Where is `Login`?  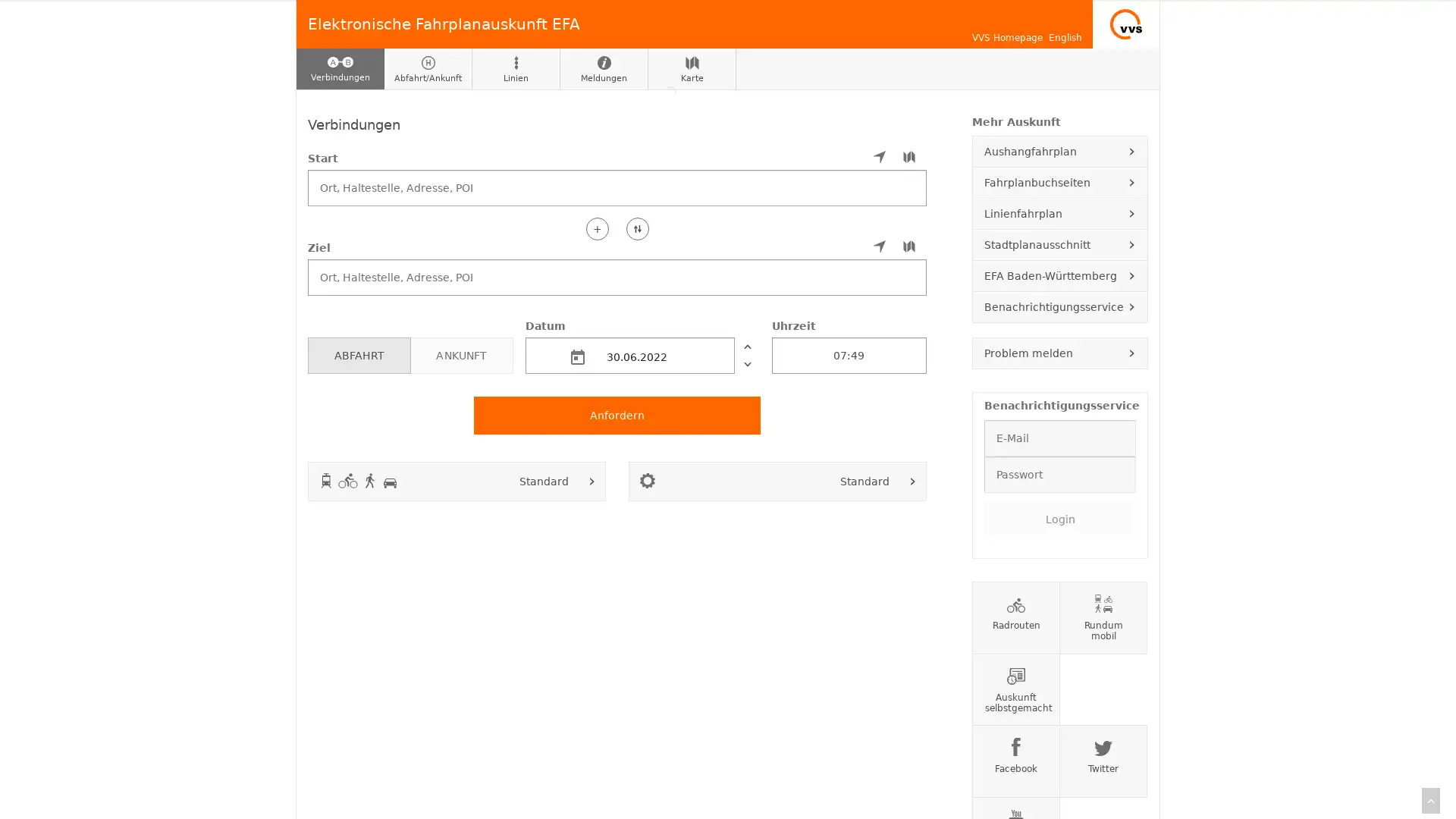
Login is located at coordinates (1059, 517).